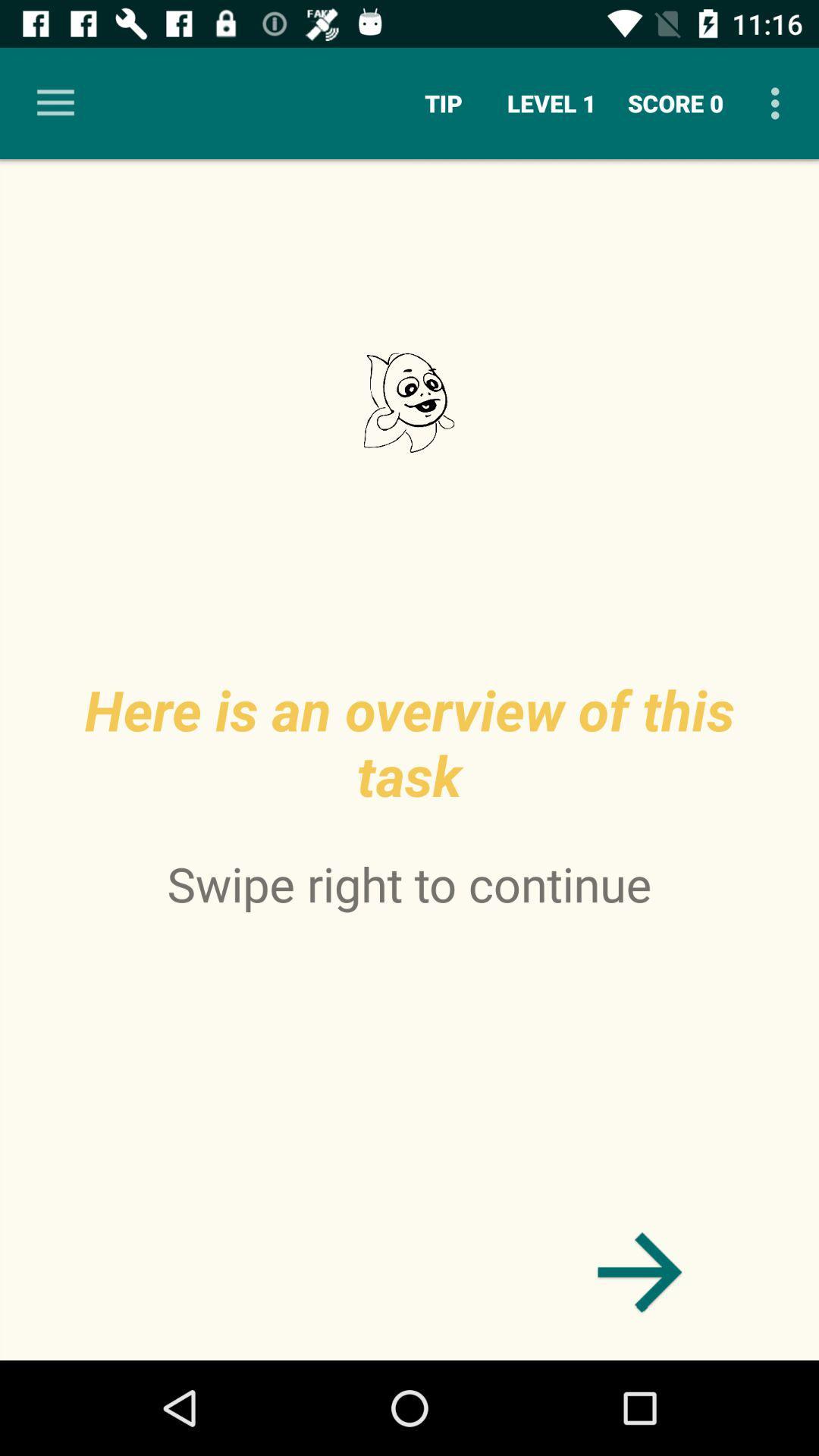 Image resolution: width=819 pixels, height=1456 pixels. What do you see at coordinates (55, 102) in the screenshot?
I see `item to the left of the tip icon` at bounding box center [55, 102].